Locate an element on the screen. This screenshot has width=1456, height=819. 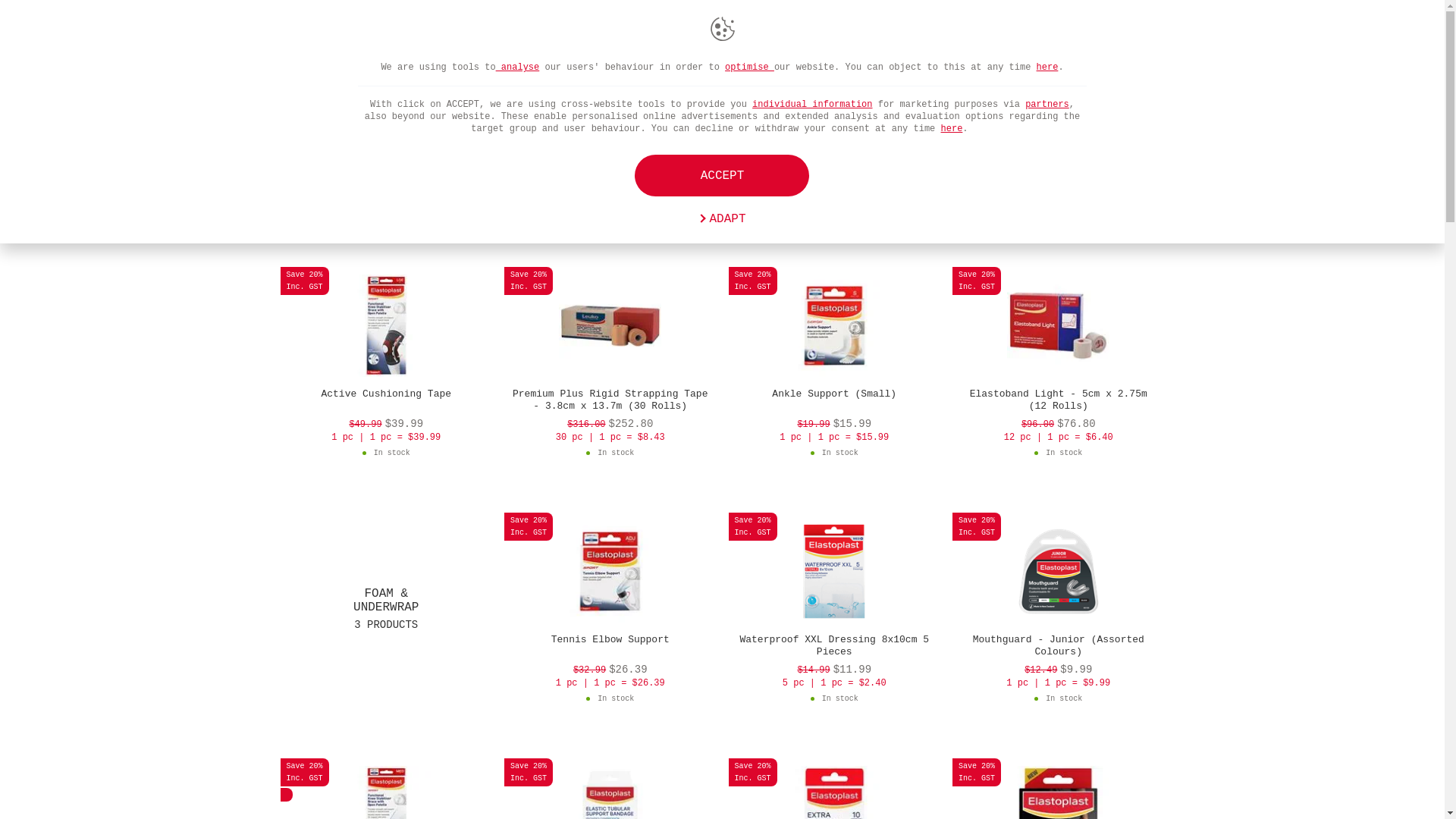
'home icon' is located at coordinates (287, 66).